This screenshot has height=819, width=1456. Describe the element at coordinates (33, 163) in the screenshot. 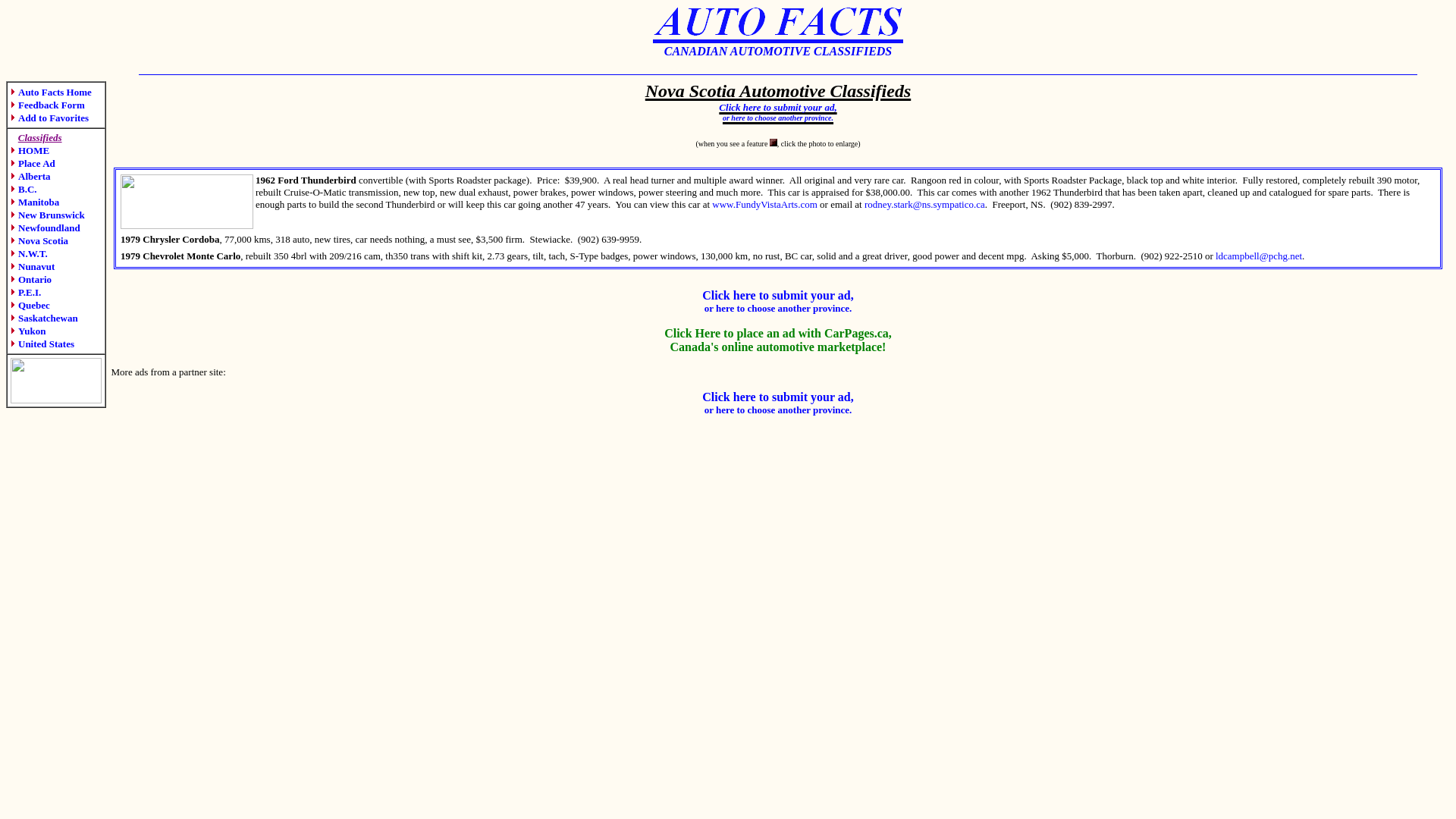

I see `'Place Ad'` at that location.